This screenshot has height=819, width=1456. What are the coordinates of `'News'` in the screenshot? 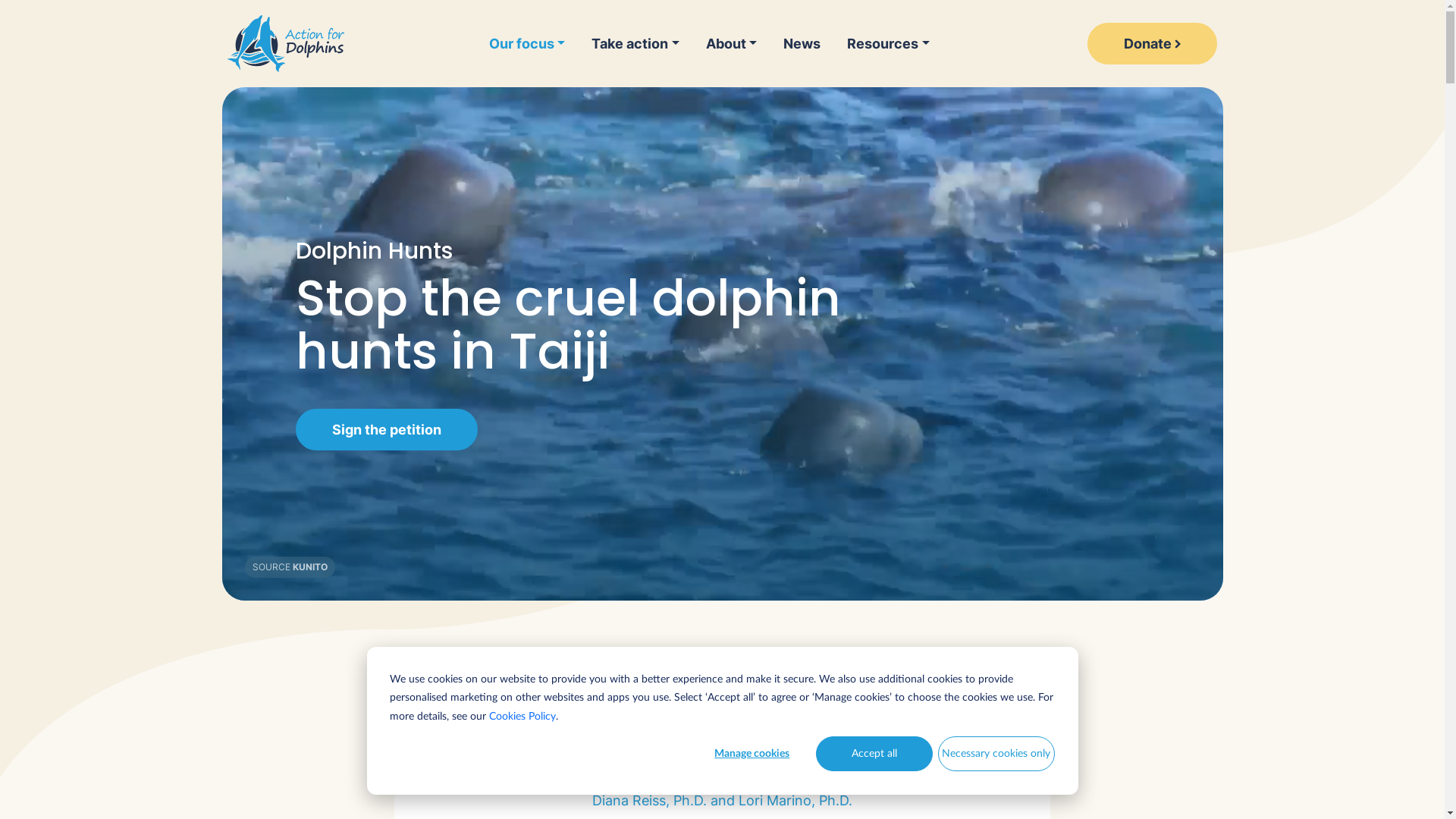 It's located at (801, 42).